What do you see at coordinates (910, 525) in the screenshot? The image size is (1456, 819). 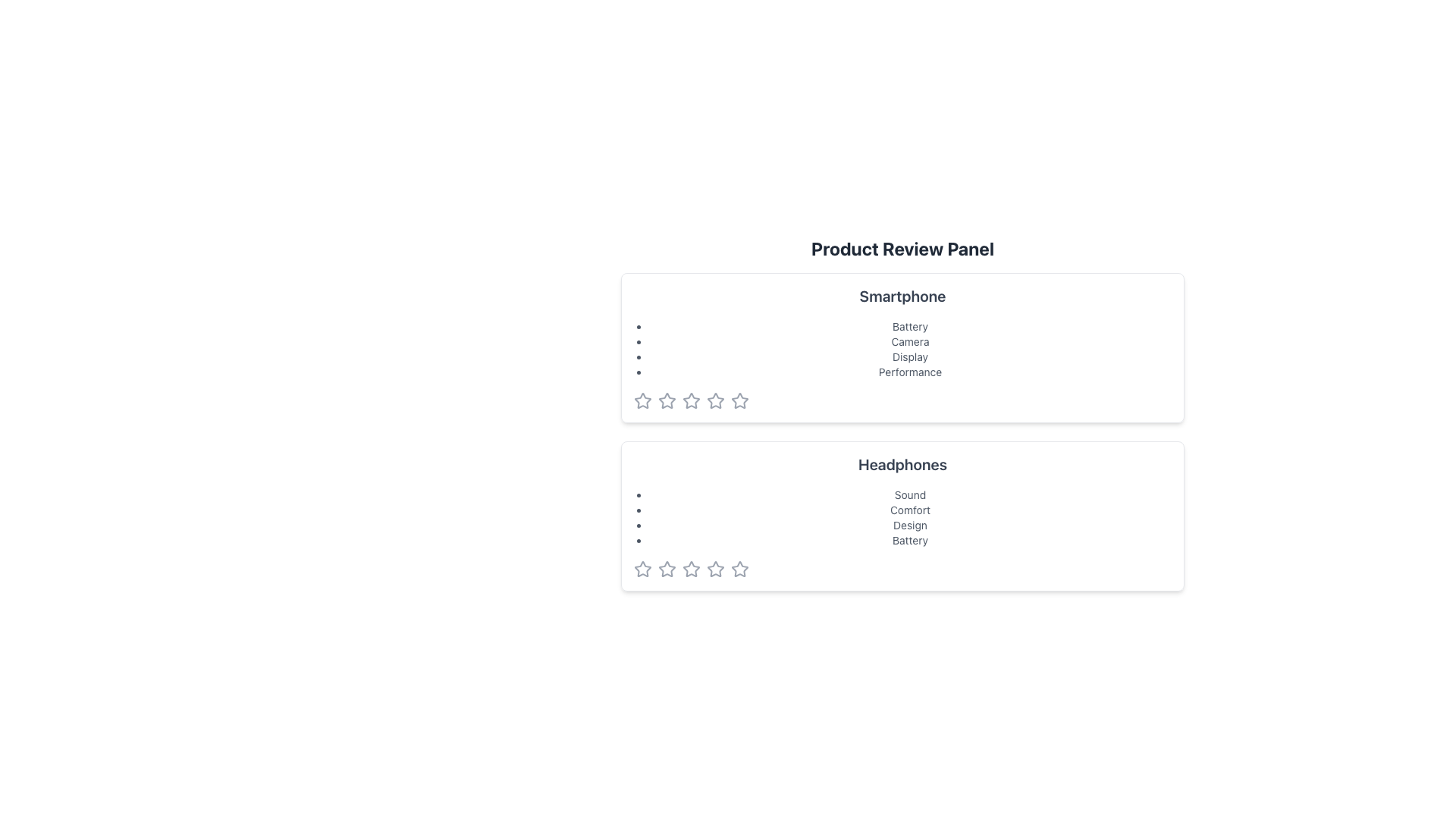 I see `the text label displaying 'Design', which is the third bullet point in the list related to 'Headphones'` at bounding box center [910, 525].